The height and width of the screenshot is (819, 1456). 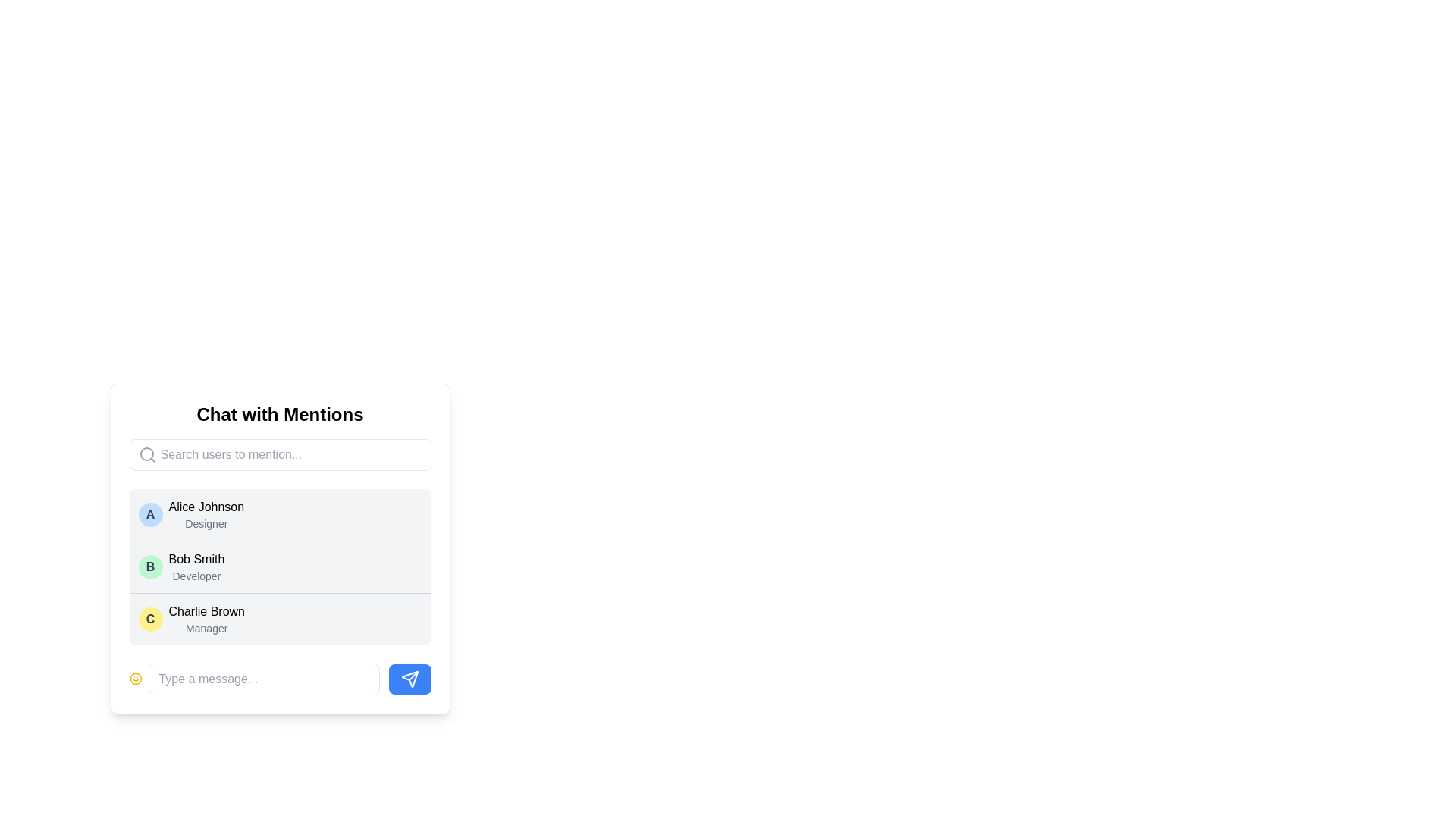 What do you see at coordinates (206, 629) in the screenshot?
I see `text from the muted gray label reading 'Manager', which is located beneath the 'Charlie Brown' name label in the user entry card for the third user` at bounding box center [206, 629].